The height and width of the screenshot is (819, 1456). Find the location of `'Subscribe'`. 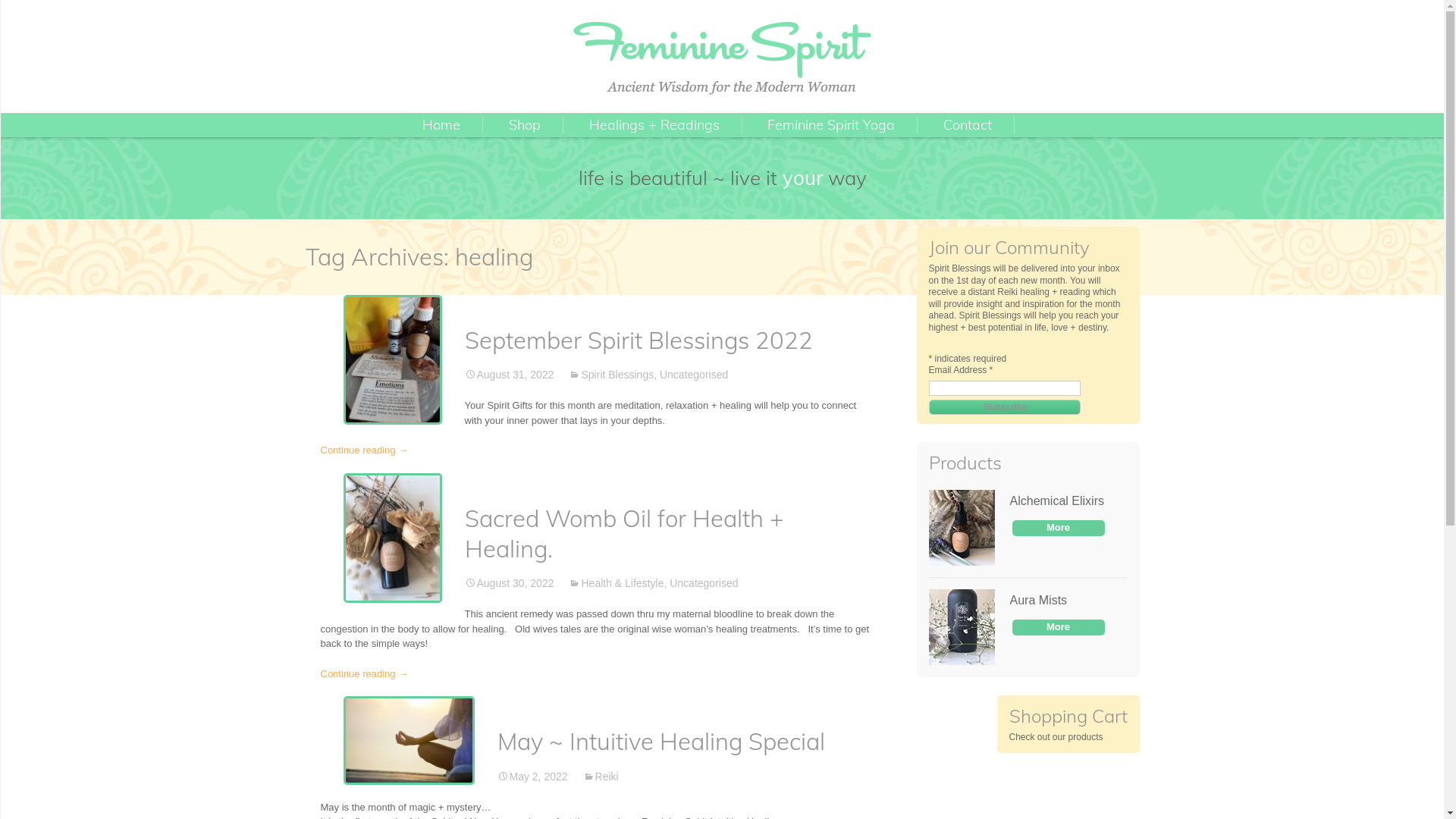

'Subscribe' is located at coordinates (1004, 406).